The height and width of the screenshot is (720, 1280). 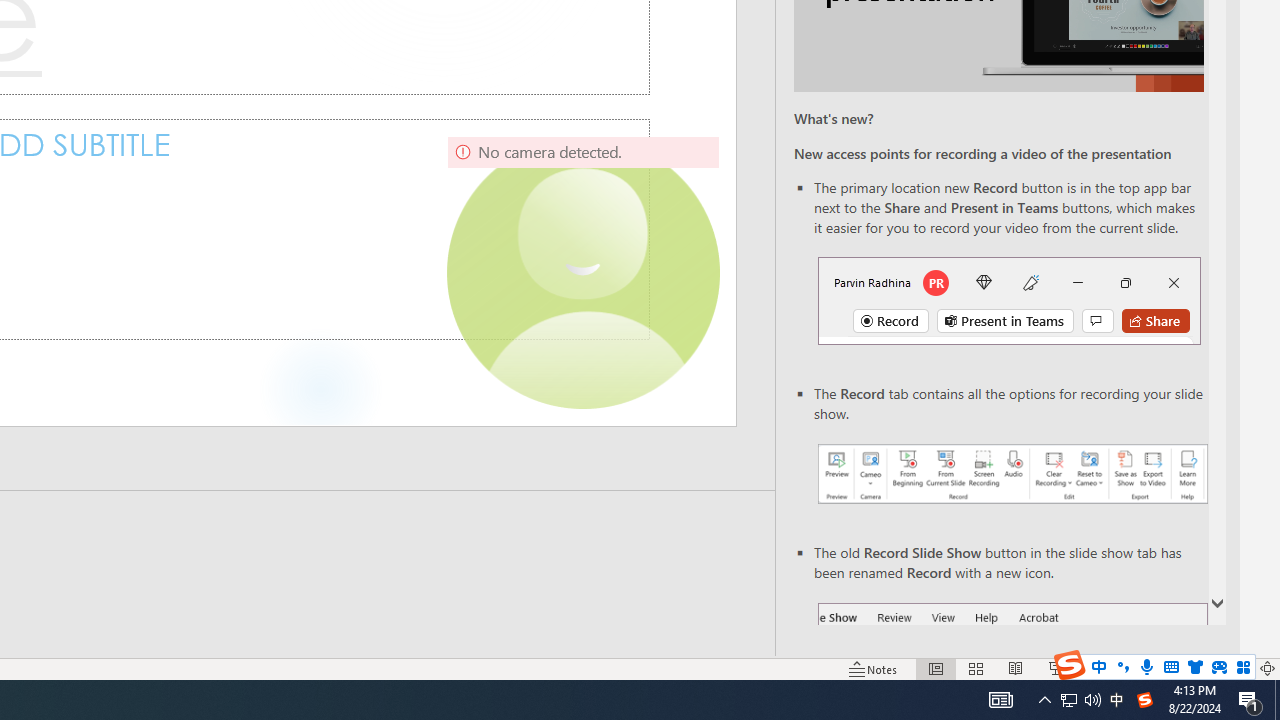 What do you see at coordinates (1015, 669) in the screenshot?
I see `'Reading View'` at bounding box center [1015, 669].